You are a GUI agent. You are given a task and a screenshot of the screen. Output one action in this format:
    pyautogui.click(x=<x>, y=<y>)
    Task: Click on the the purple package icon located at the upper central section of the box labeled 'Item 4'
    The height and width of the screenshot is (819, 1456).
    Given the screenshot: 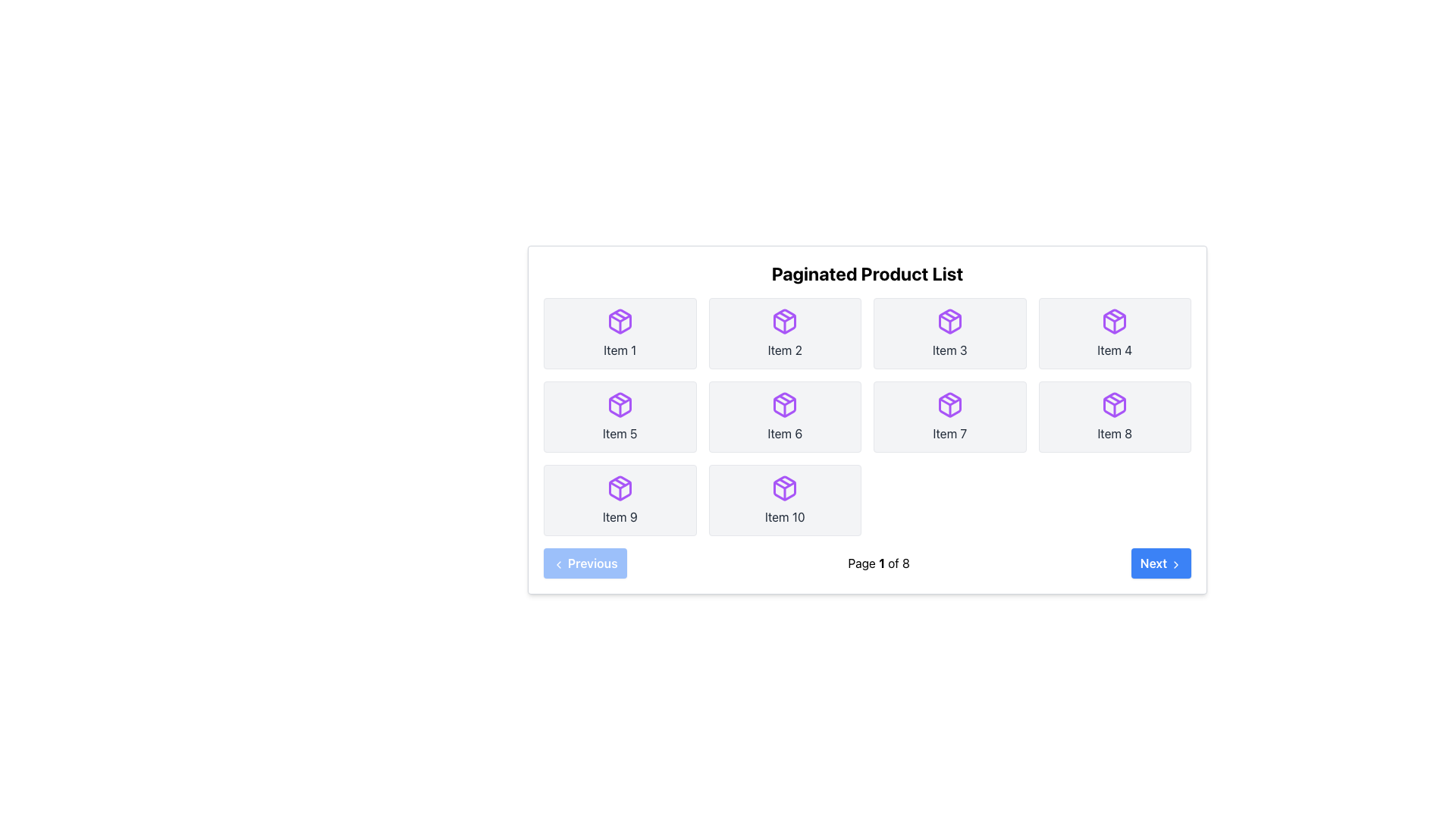 What is the action you would take?
    pyautogui.click(x=1115, y=321)
    